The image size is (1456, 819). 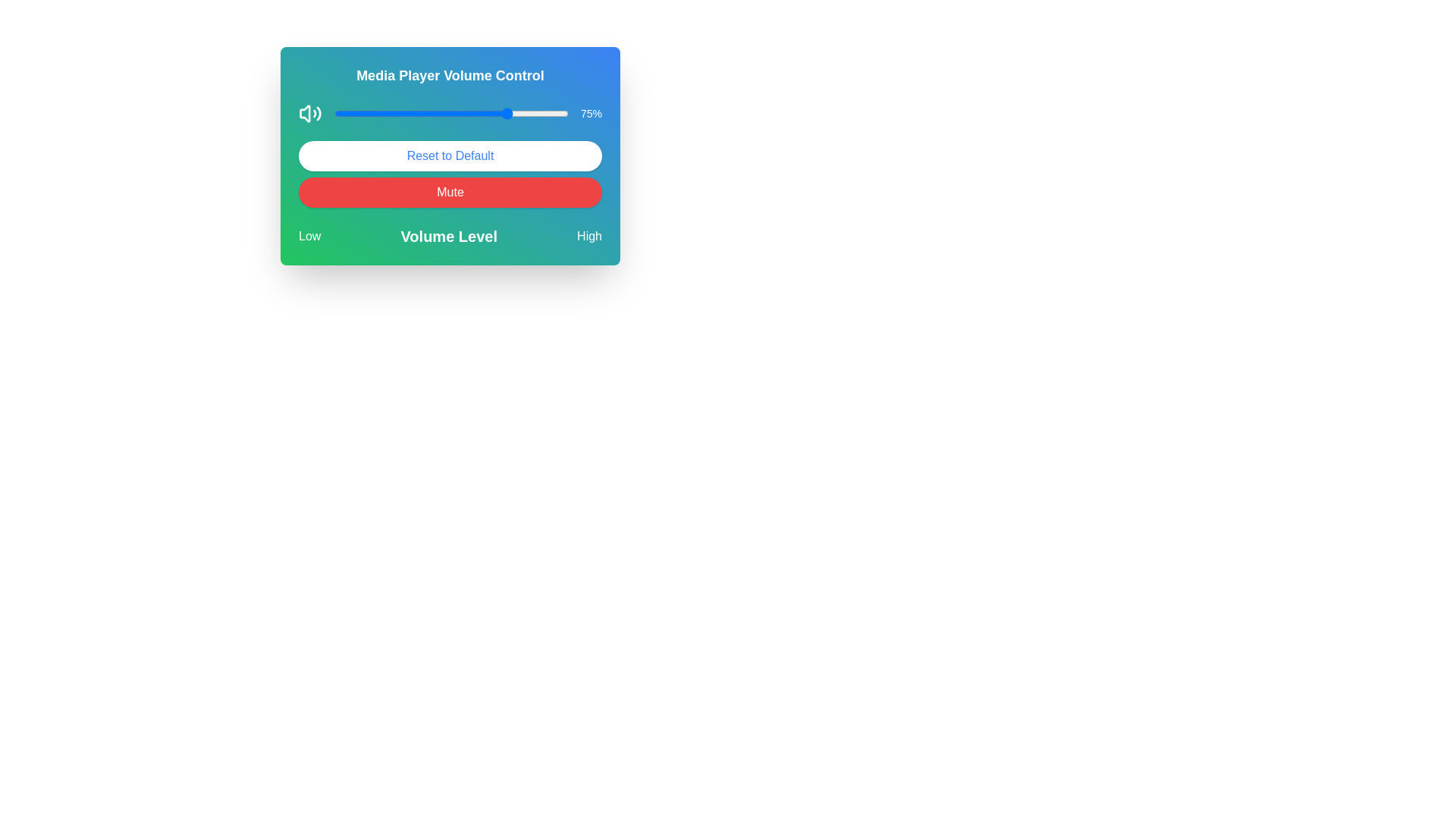 I want to click on the volume, so click(x=359, y=113).